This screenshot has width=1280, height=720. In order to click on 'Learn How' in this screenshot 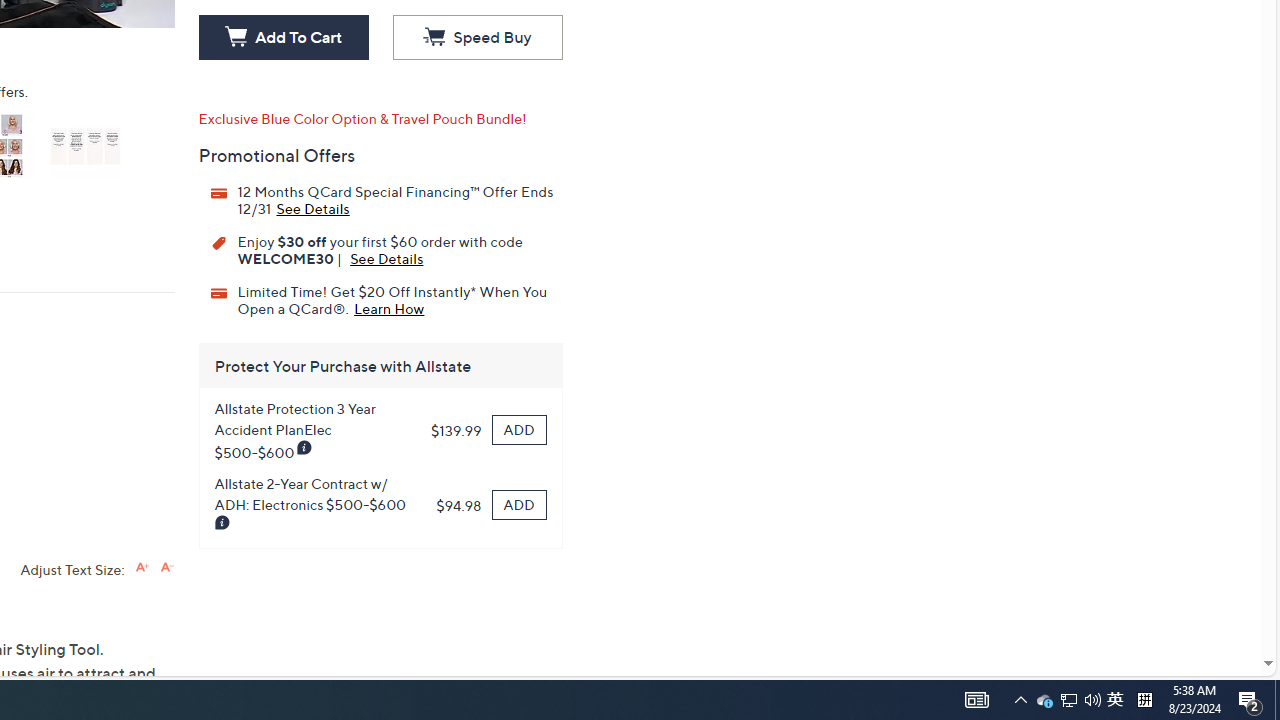, I will do `click(389, 307)`.